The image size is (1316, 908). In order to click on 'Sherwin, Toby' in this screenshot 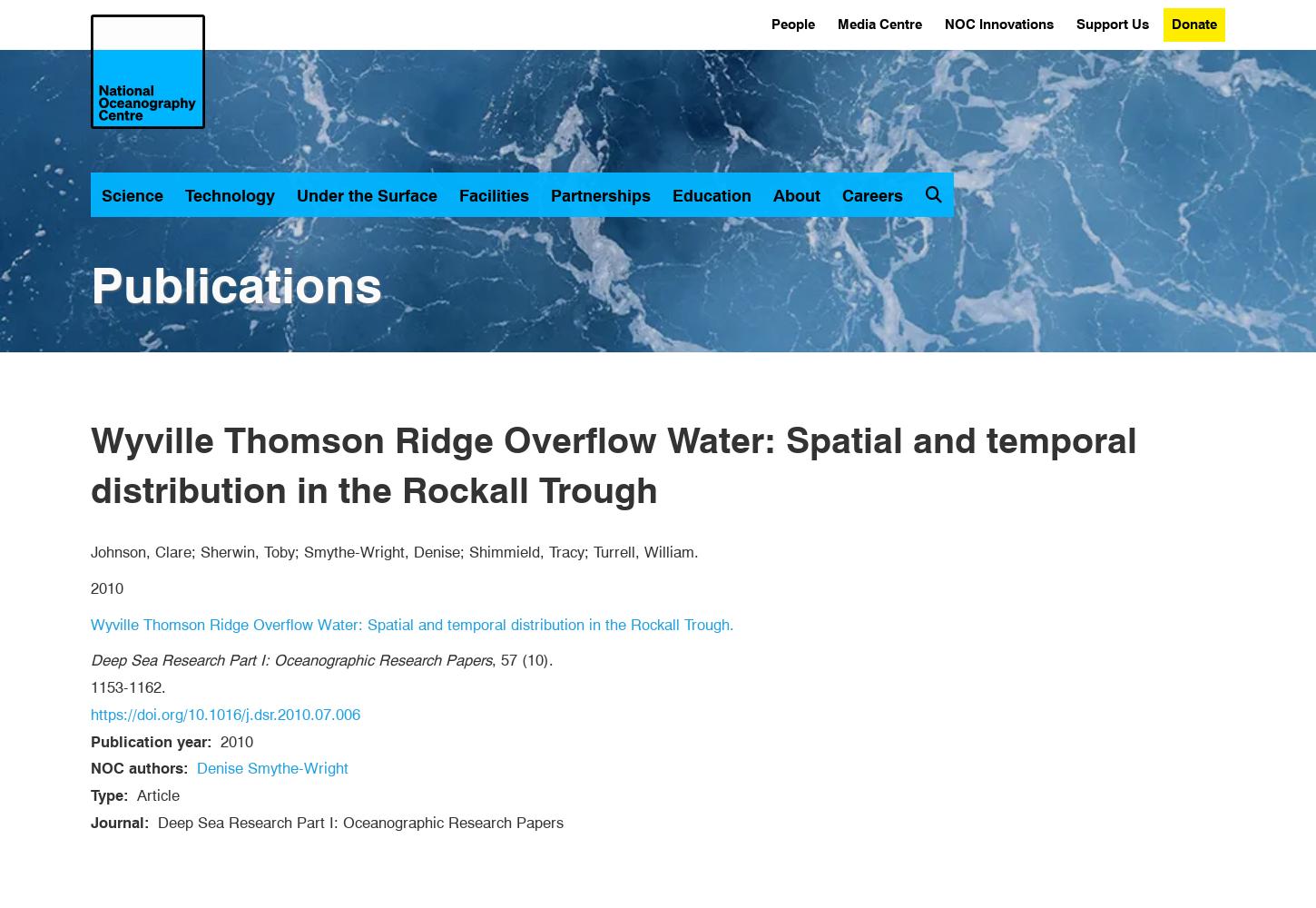, I will do `click(248, 551)`.